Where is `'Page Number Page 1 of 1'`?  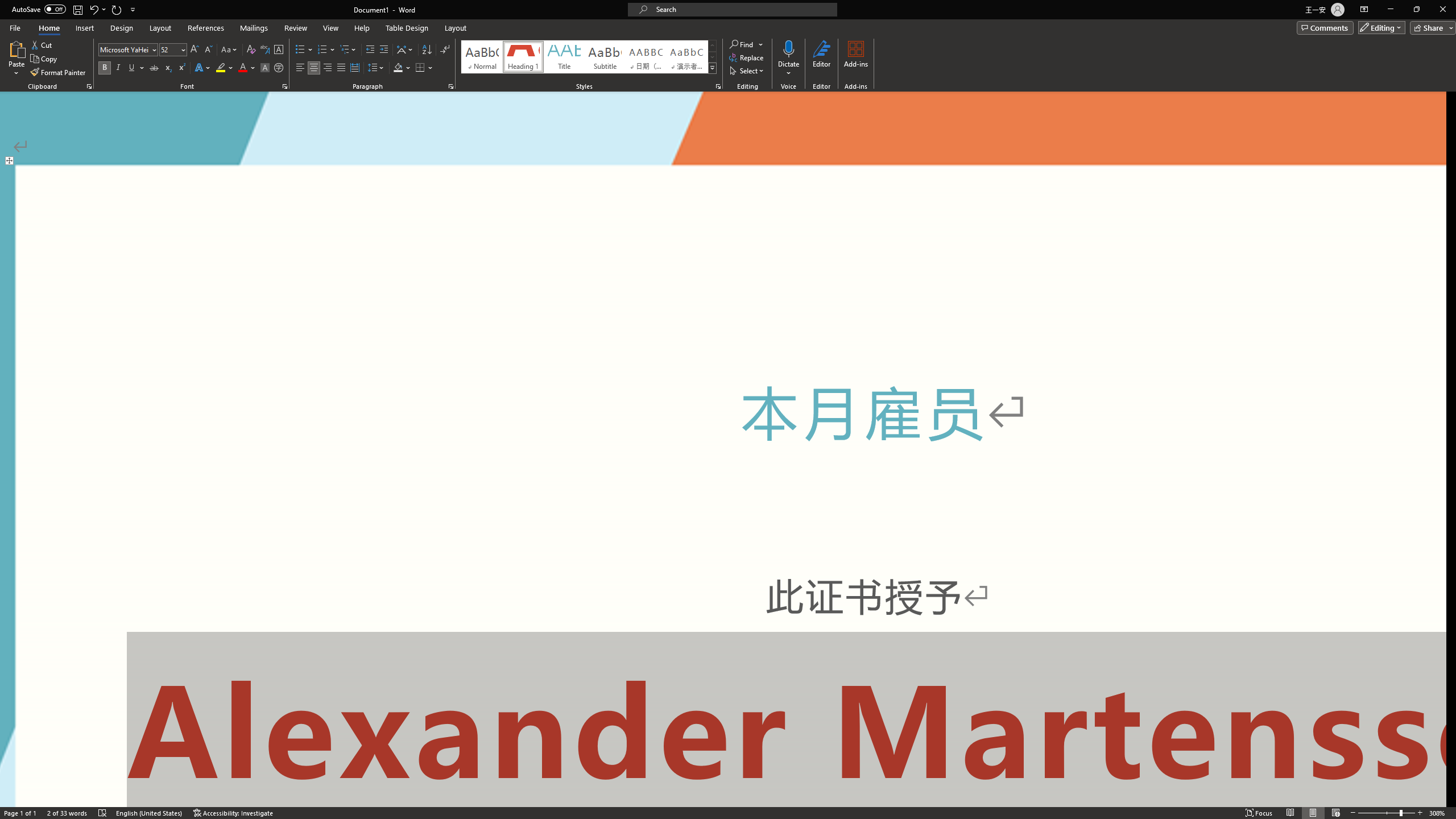
'Page Number Page 1 of 1' is located at coordinates (23, 790).